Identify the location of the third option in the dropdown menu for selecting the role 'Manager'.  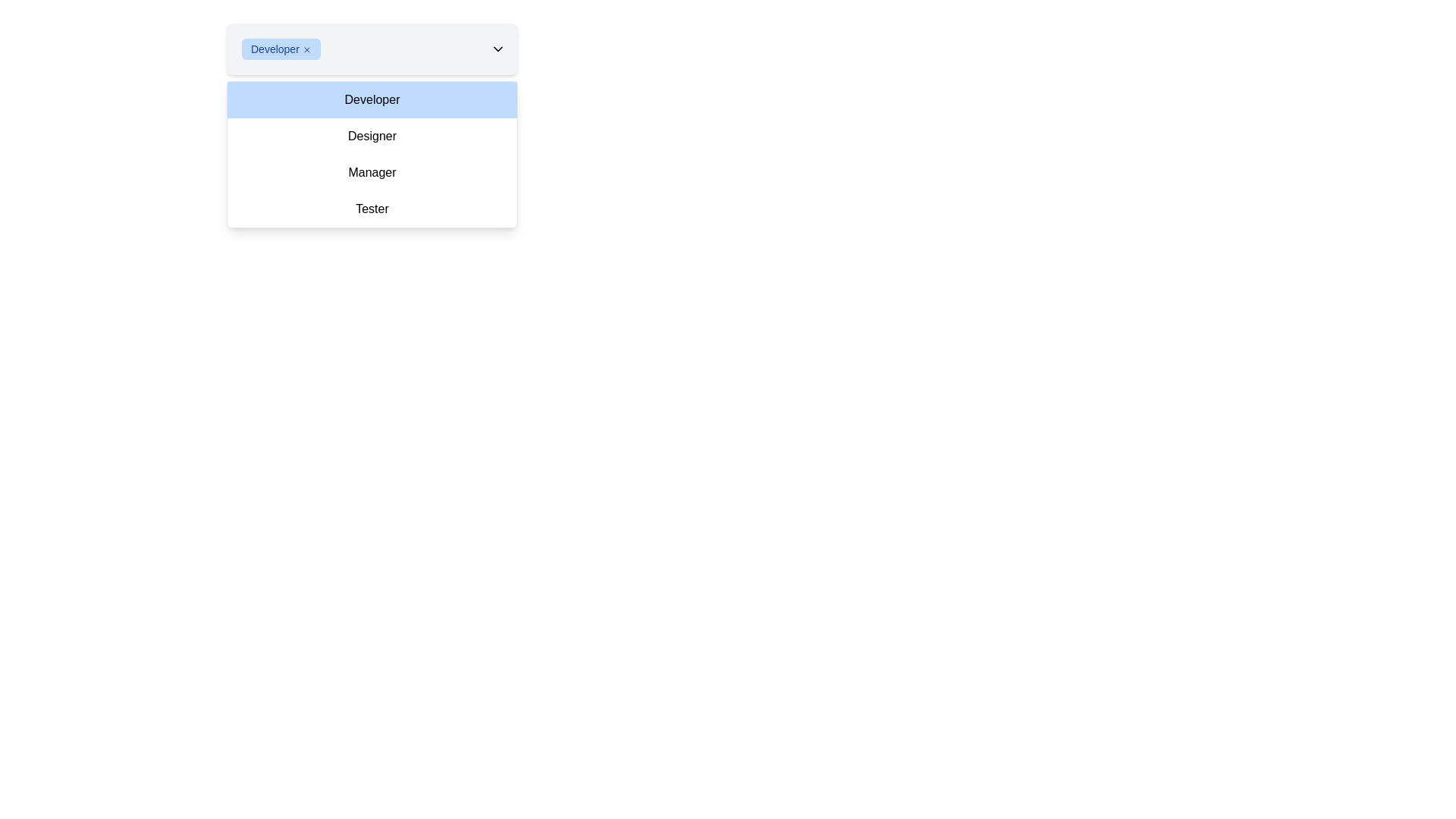
(372, 171).